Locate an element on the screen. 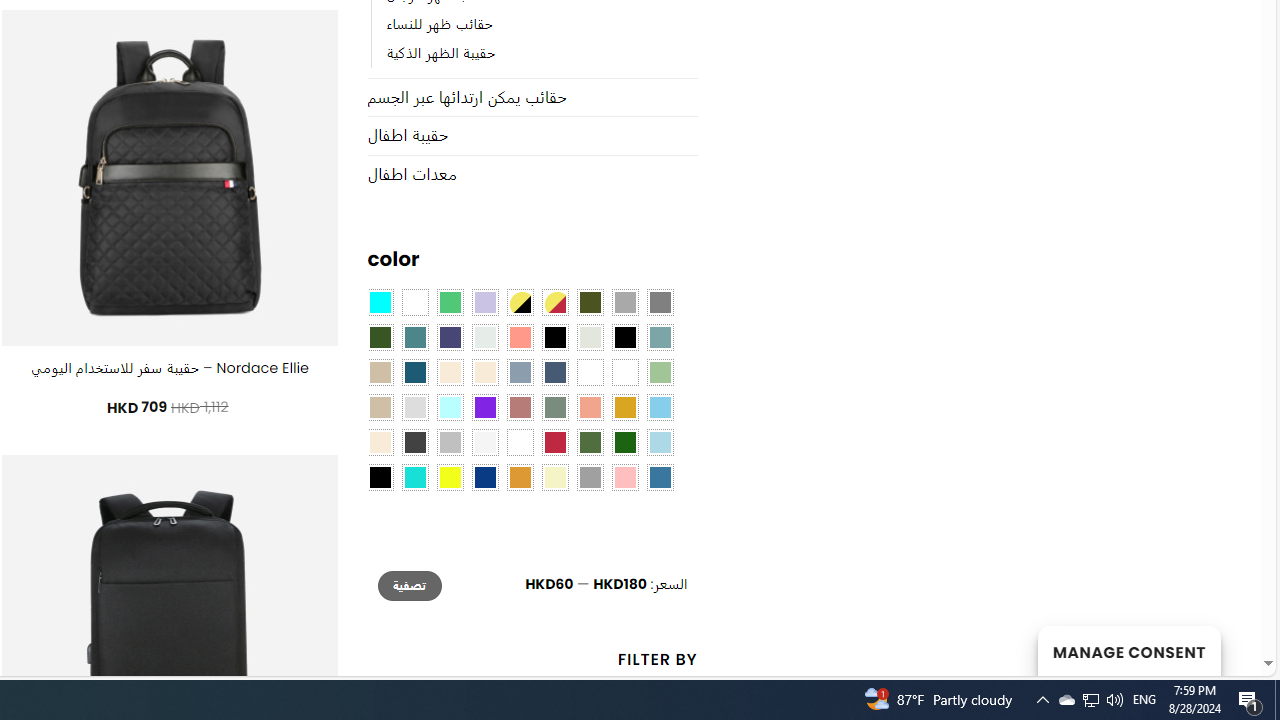 This screenshot has height=720, width=1280. 'Mint' is located at coordinates (448, 407).